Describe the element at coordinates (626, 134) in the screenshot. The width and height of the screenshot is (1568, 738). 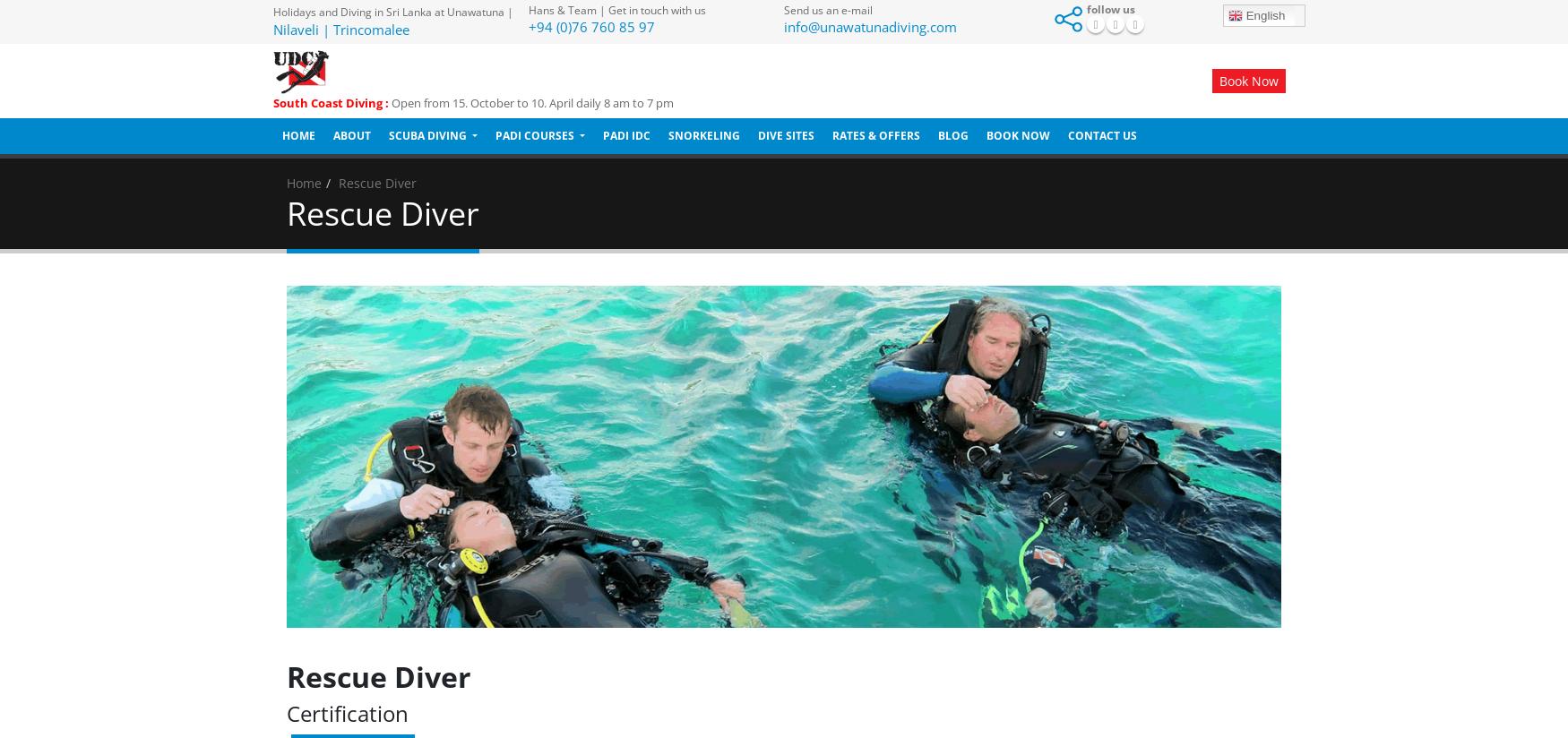
I see `'PADI IDC'` at that location.